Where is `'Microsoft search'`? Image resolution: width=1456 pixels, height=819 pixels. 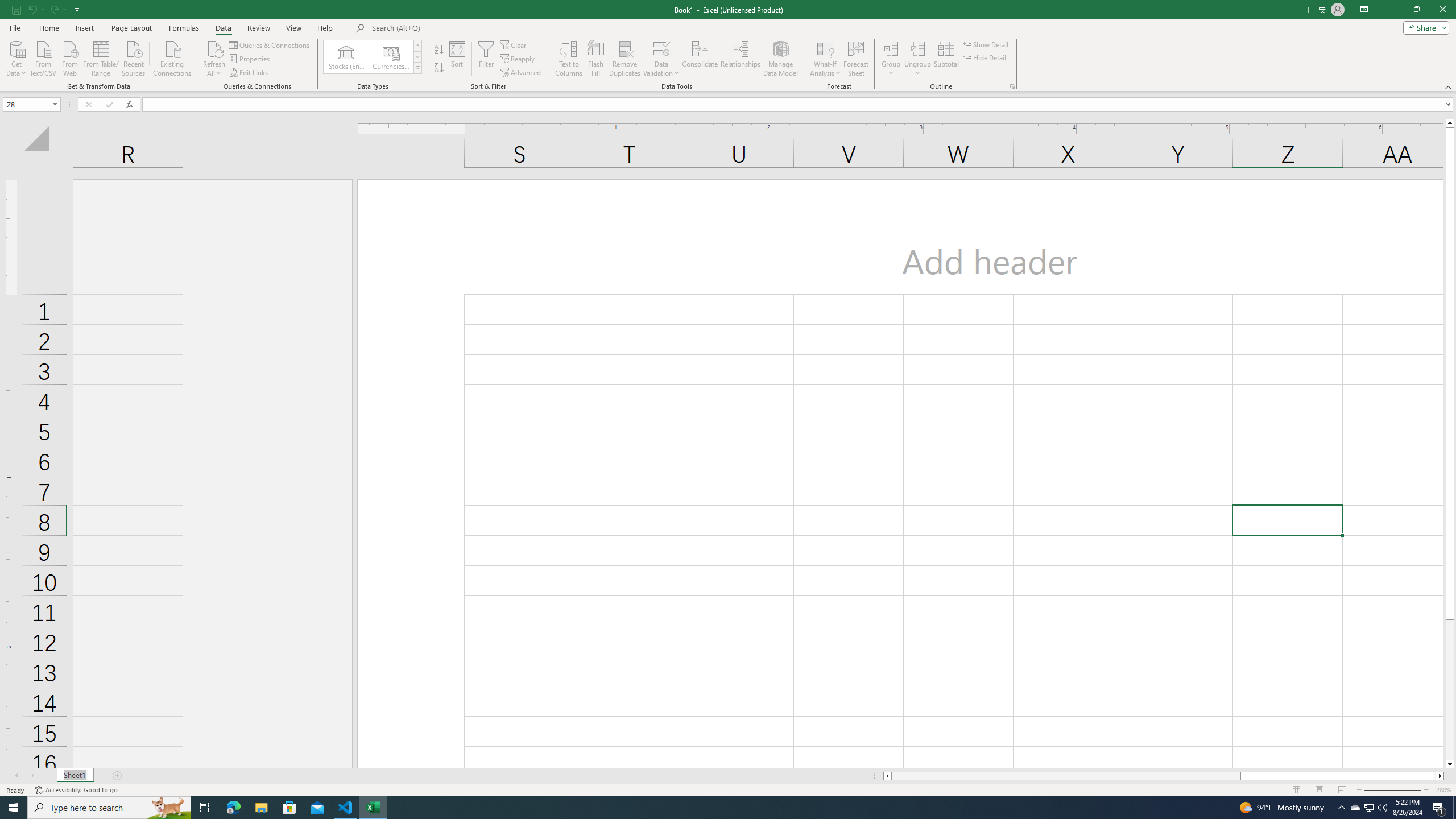
'Microsoft search' is located at coordinates (450, 28).